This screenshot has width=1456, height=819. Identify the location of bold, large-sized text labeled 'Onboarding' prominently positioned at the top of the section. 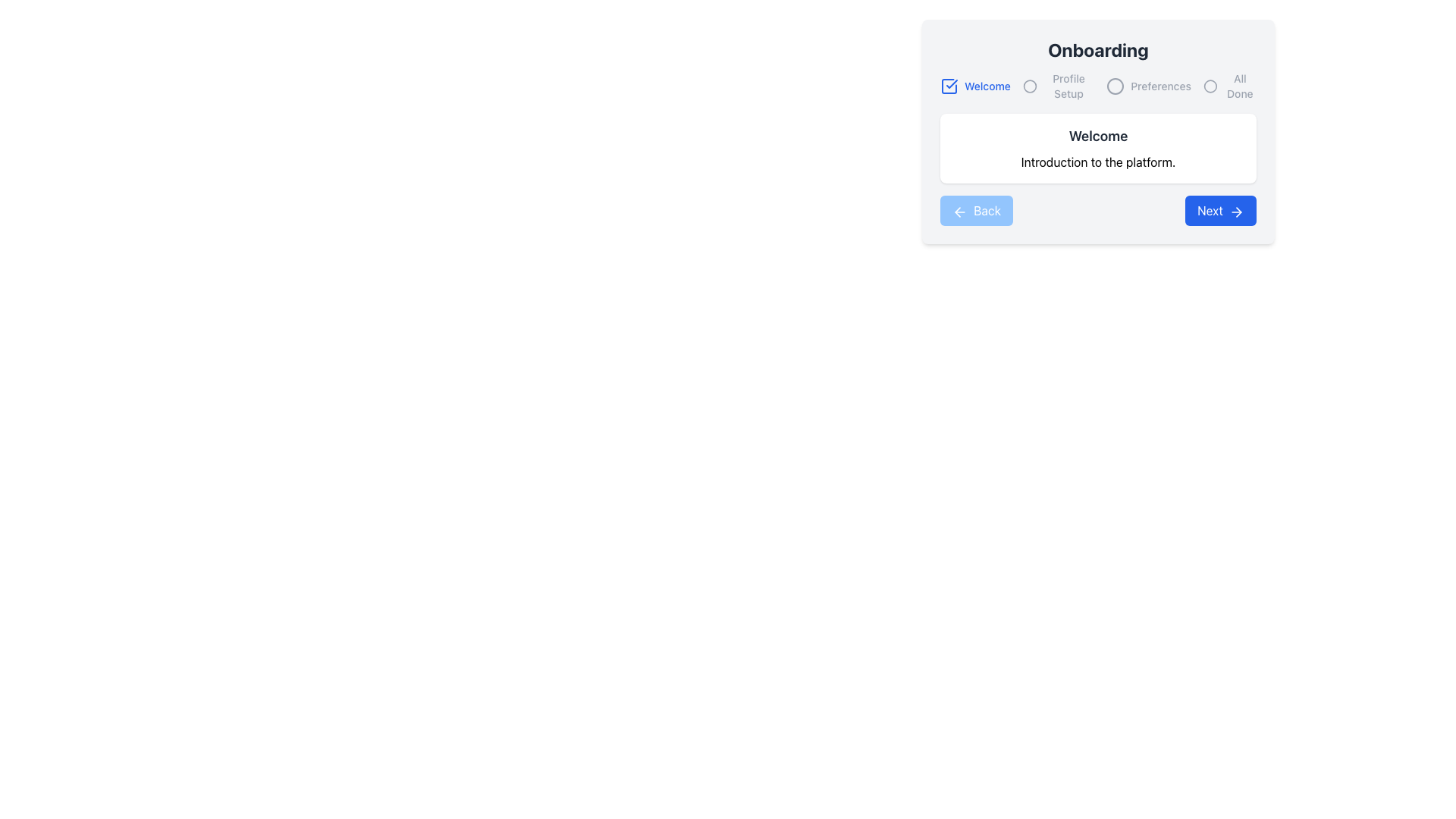
(1098, 49).